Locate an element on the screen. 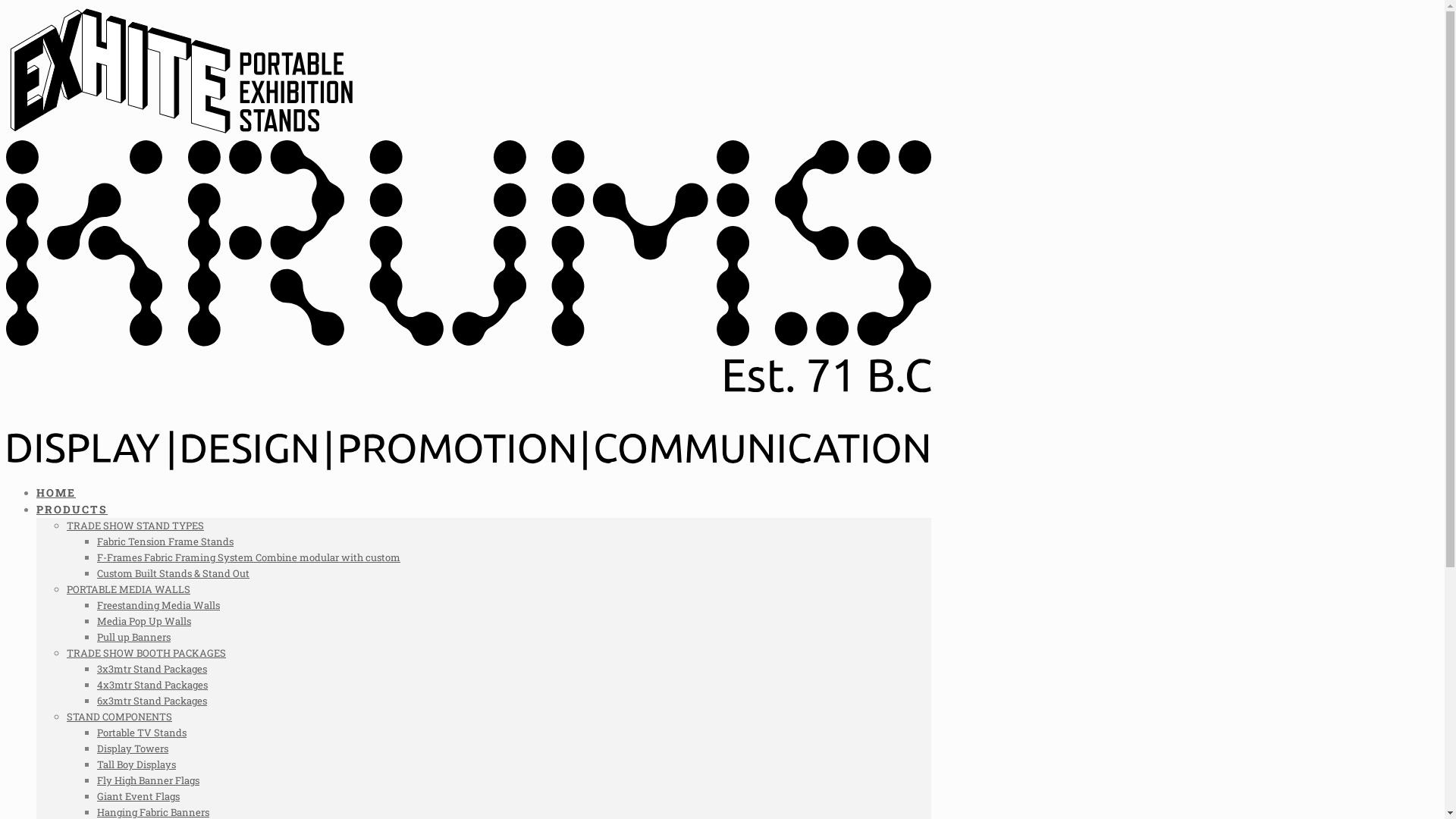 The width and height of the screenshot is (1456, 819). 'PRODUCTS' is located at coordinates (36, 509).